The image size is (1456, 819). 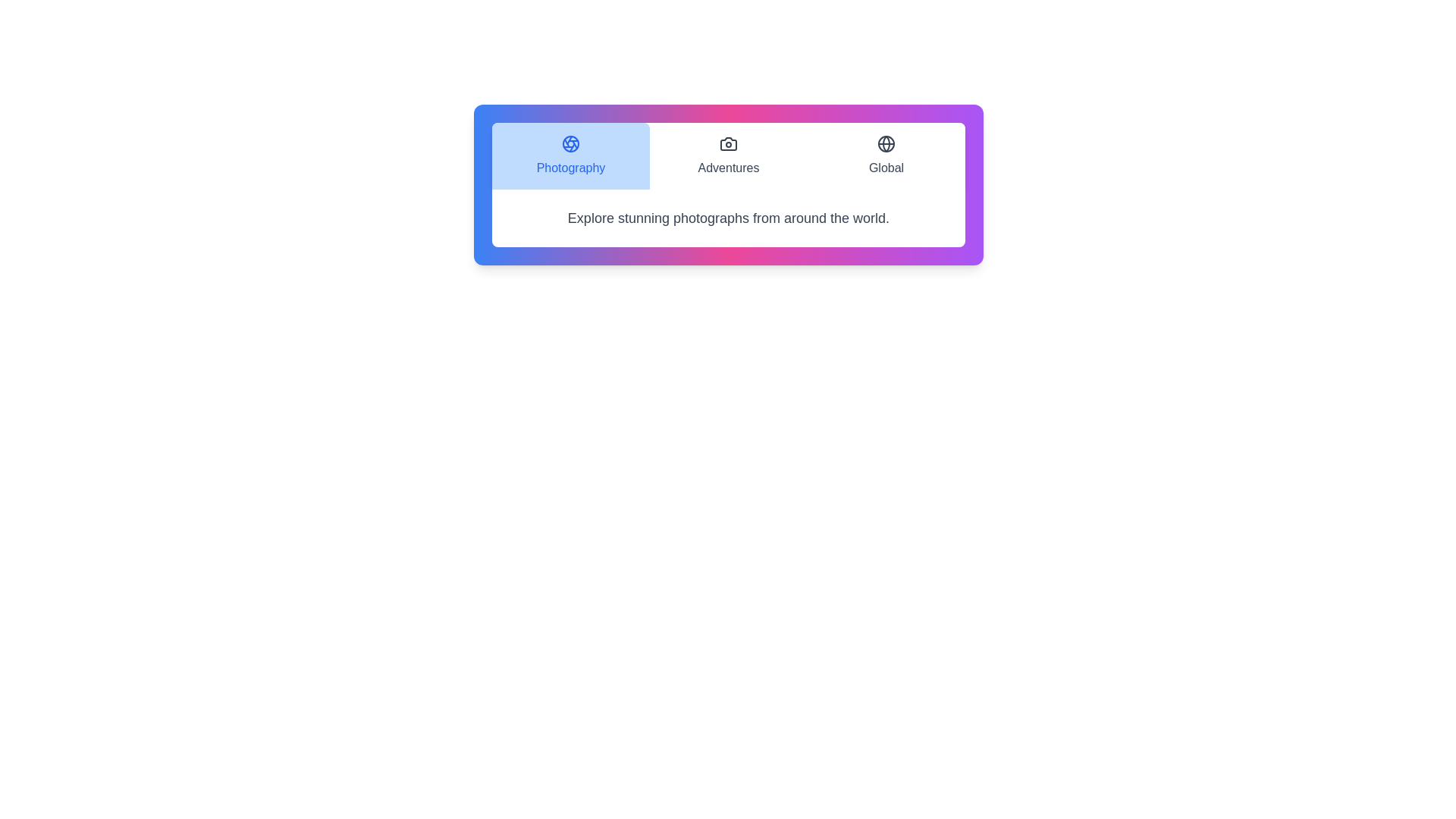 What do you see at coordinates (728, 143) in the screenshot?
I see `the camera icon outlined within a circle in the 'Adventures' section of the horizontal menu` at bounding box center [728, 143].